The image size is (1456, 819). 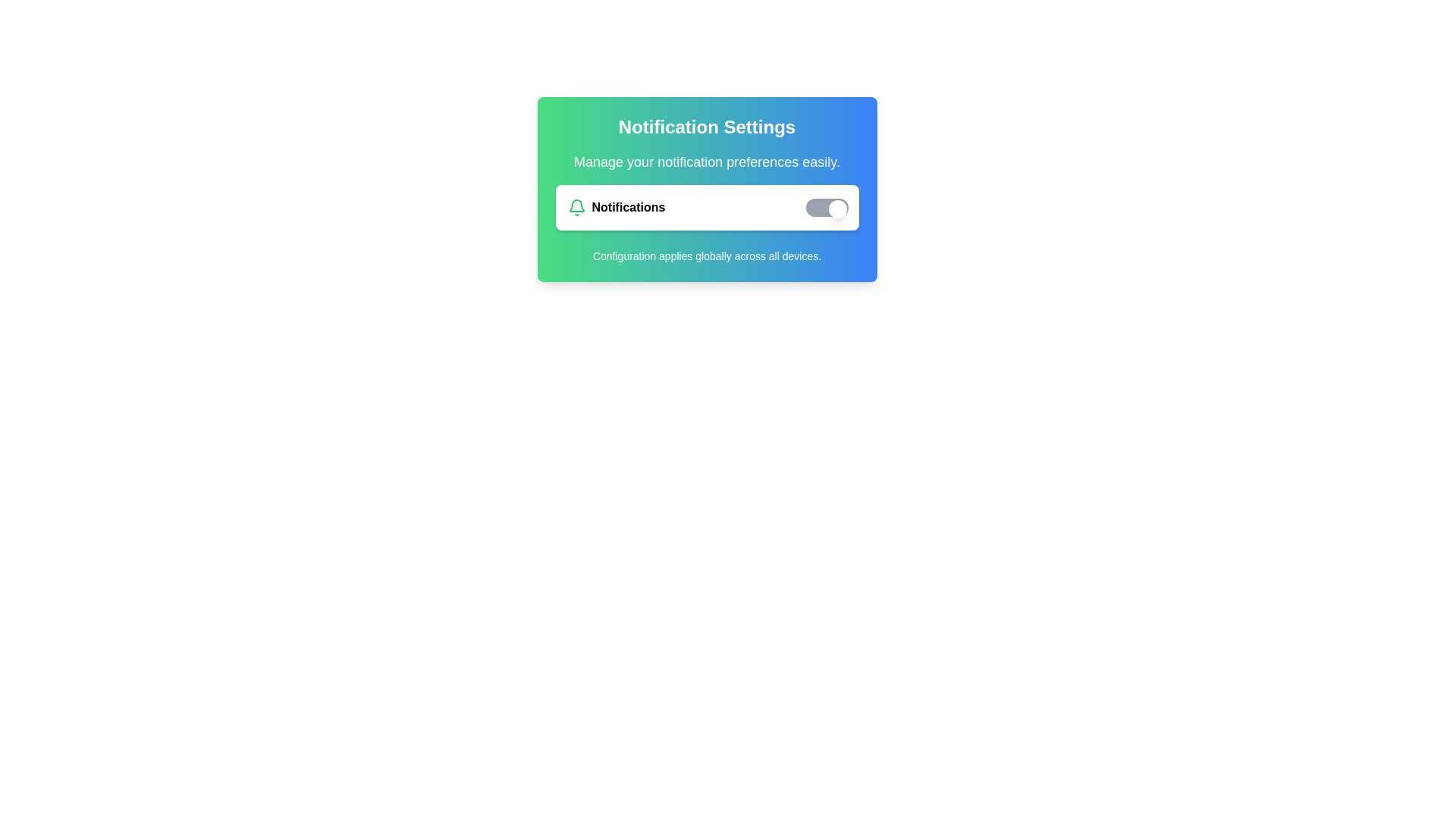 I want to click on the text label that reads 'Manage your notification preferences easily.' which is positioned prominently within a card below 'Notification Settings' and above the toggle switch for notifications, so click(x=706, y=162).